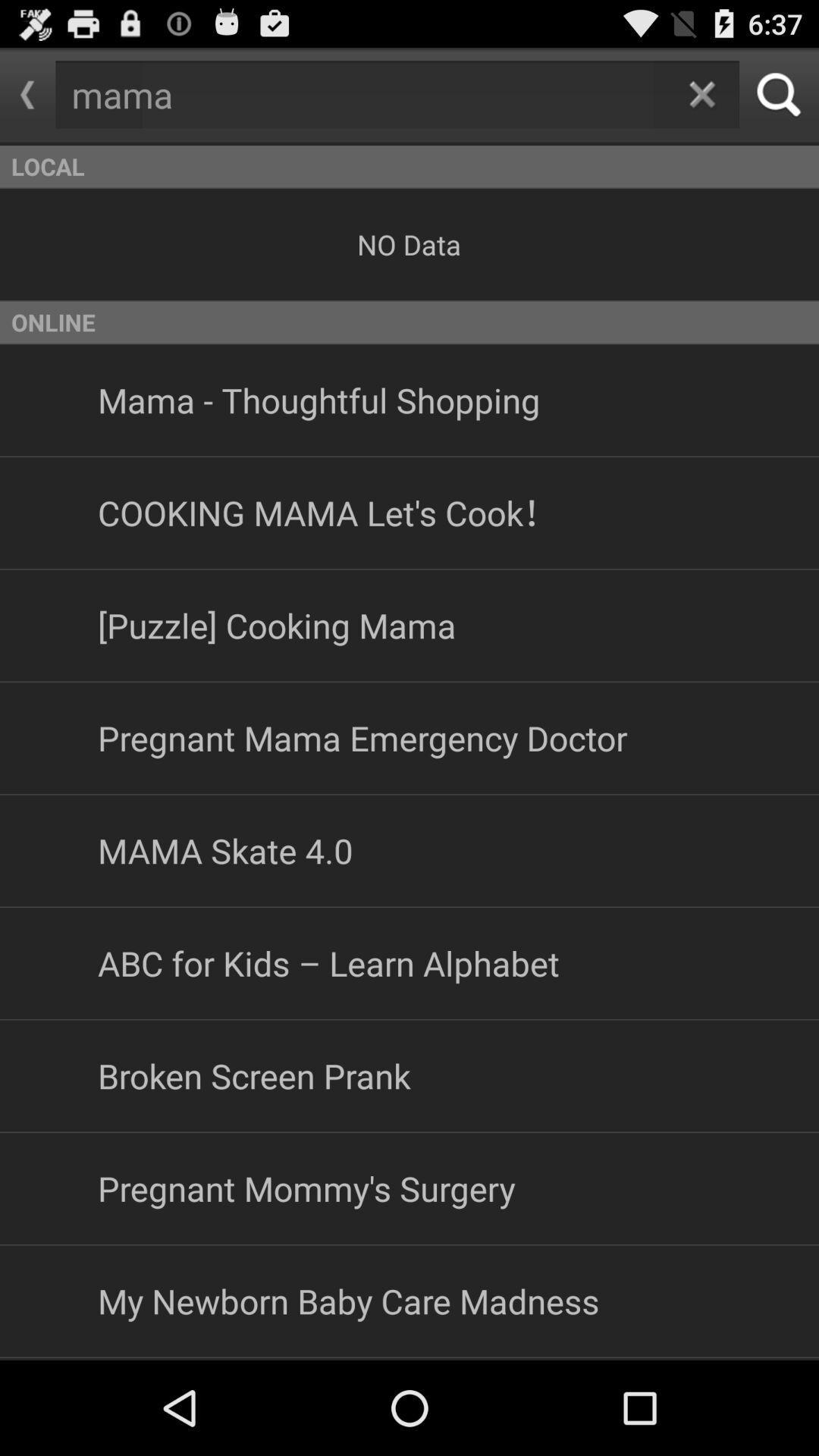 This screenshot has height=1456, width=819. What do you see at coordinates (27, 94) in the screenshot?
I see `go back` at bounding box center [27, 94].